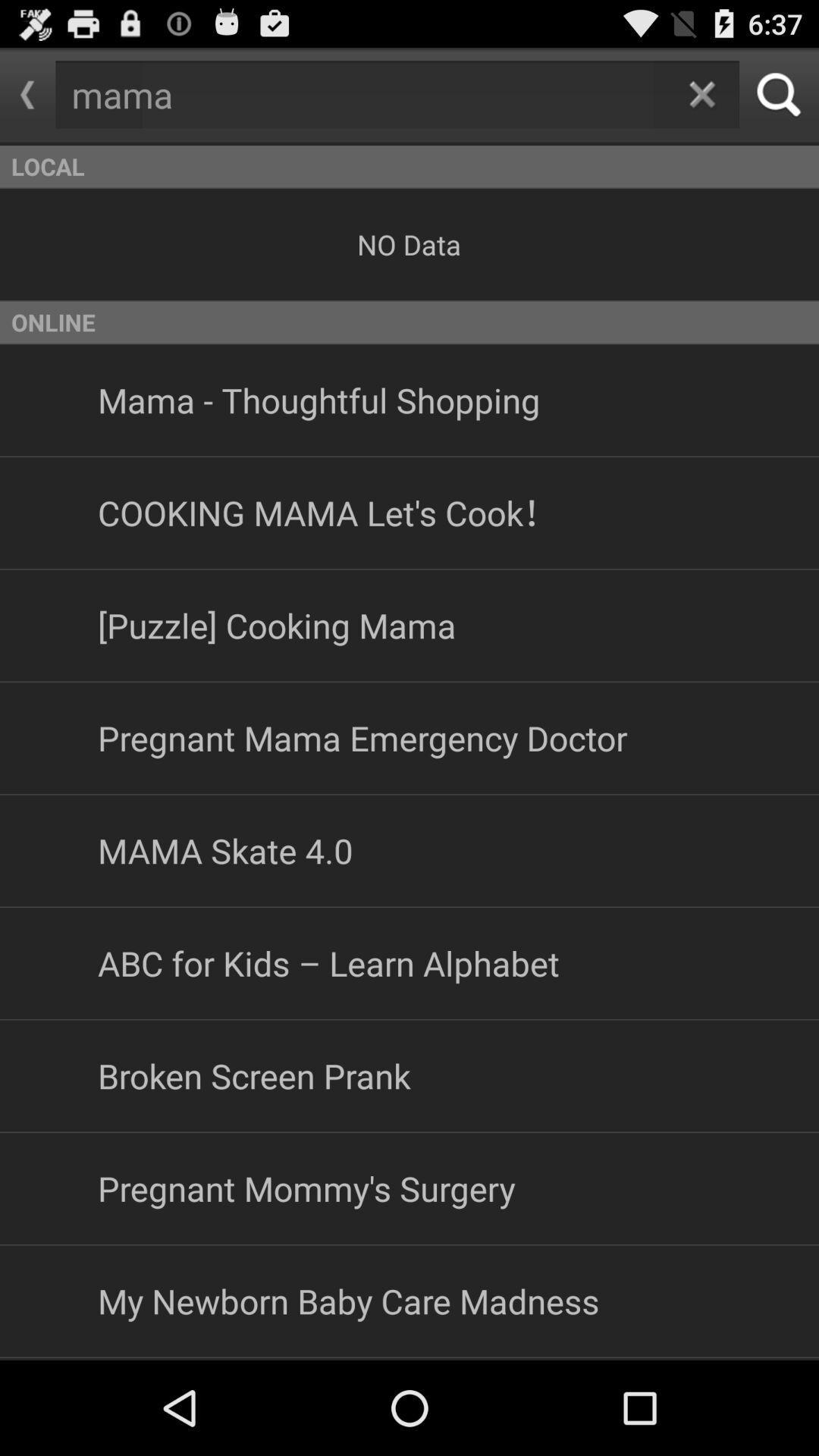 This screenshot has height=1456, width=819. What do you see at coordinates (27, 94) in the screenshot?
I see `go back` at bounding box center [27, 94].